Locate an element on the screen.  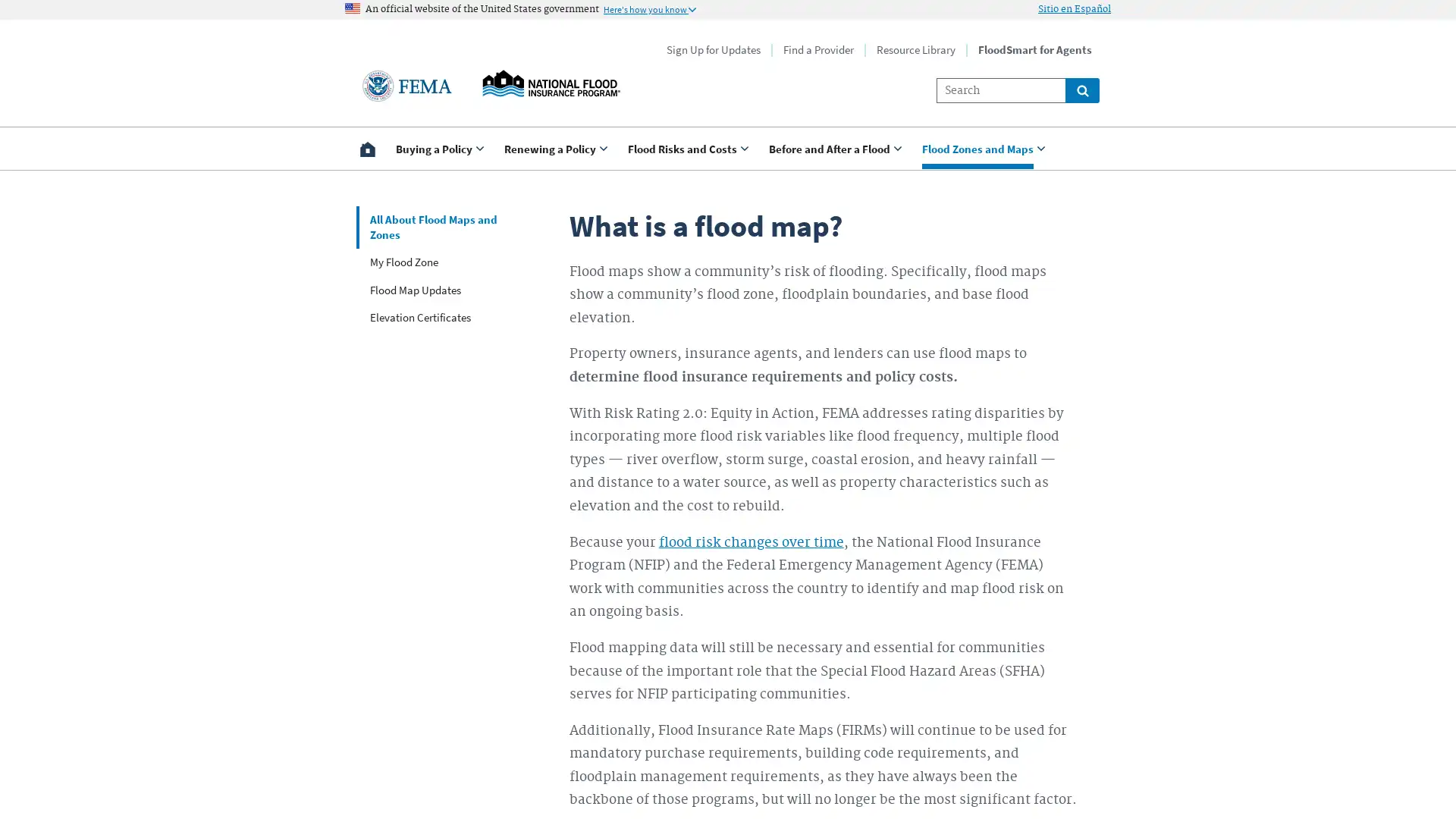
Use <enter> and shift + <enter> to open and close the drop down to sub-menus is located at coordinates (836, 148).